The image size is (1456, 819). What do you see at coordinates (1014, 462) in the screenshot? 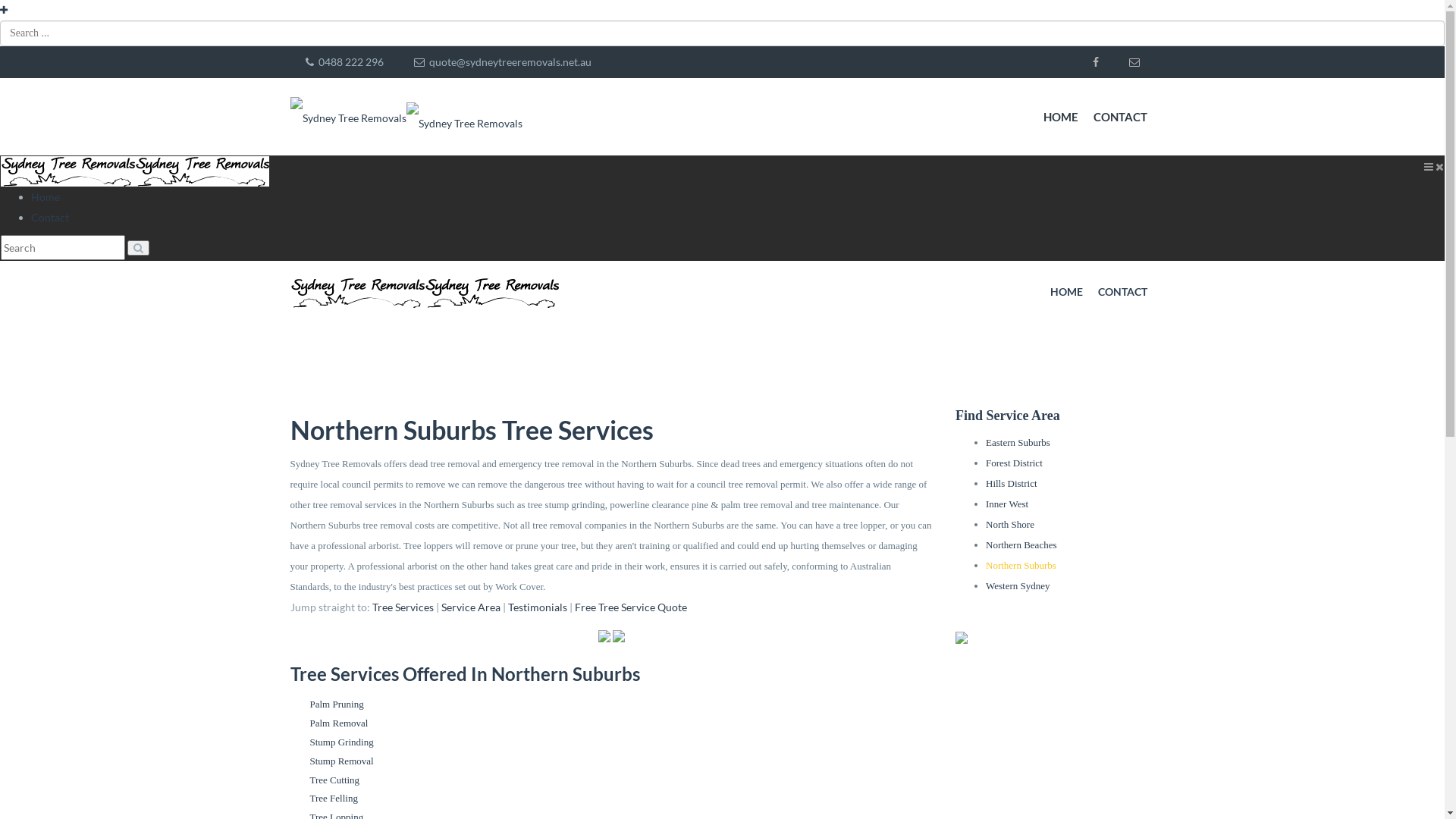
I see `'Forest District'` at bounding box center [1014, 462].